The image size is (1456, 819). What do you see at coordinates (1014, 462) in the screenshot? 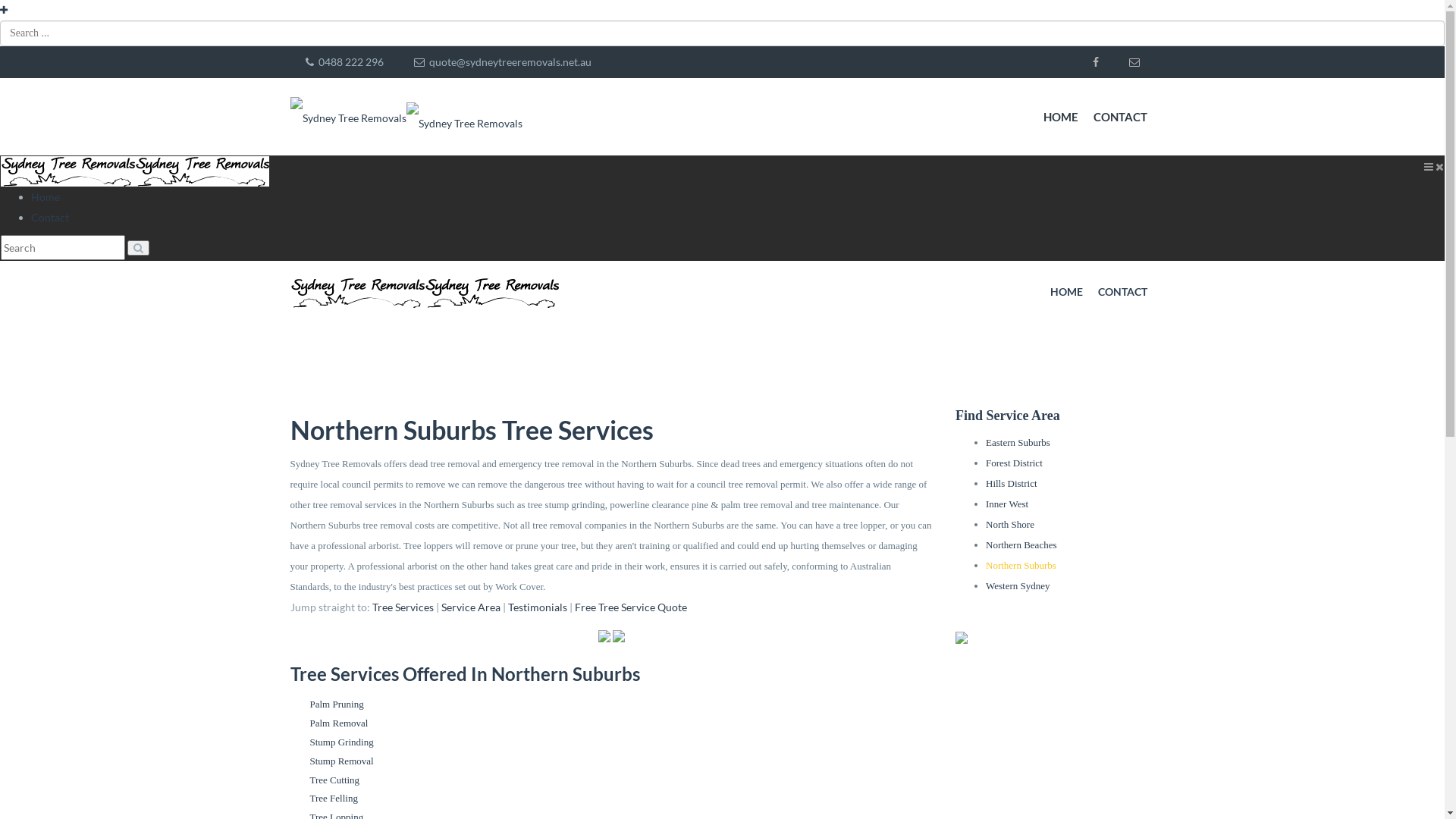
I see `'Forest District'` at bounding box center [1014, 462].